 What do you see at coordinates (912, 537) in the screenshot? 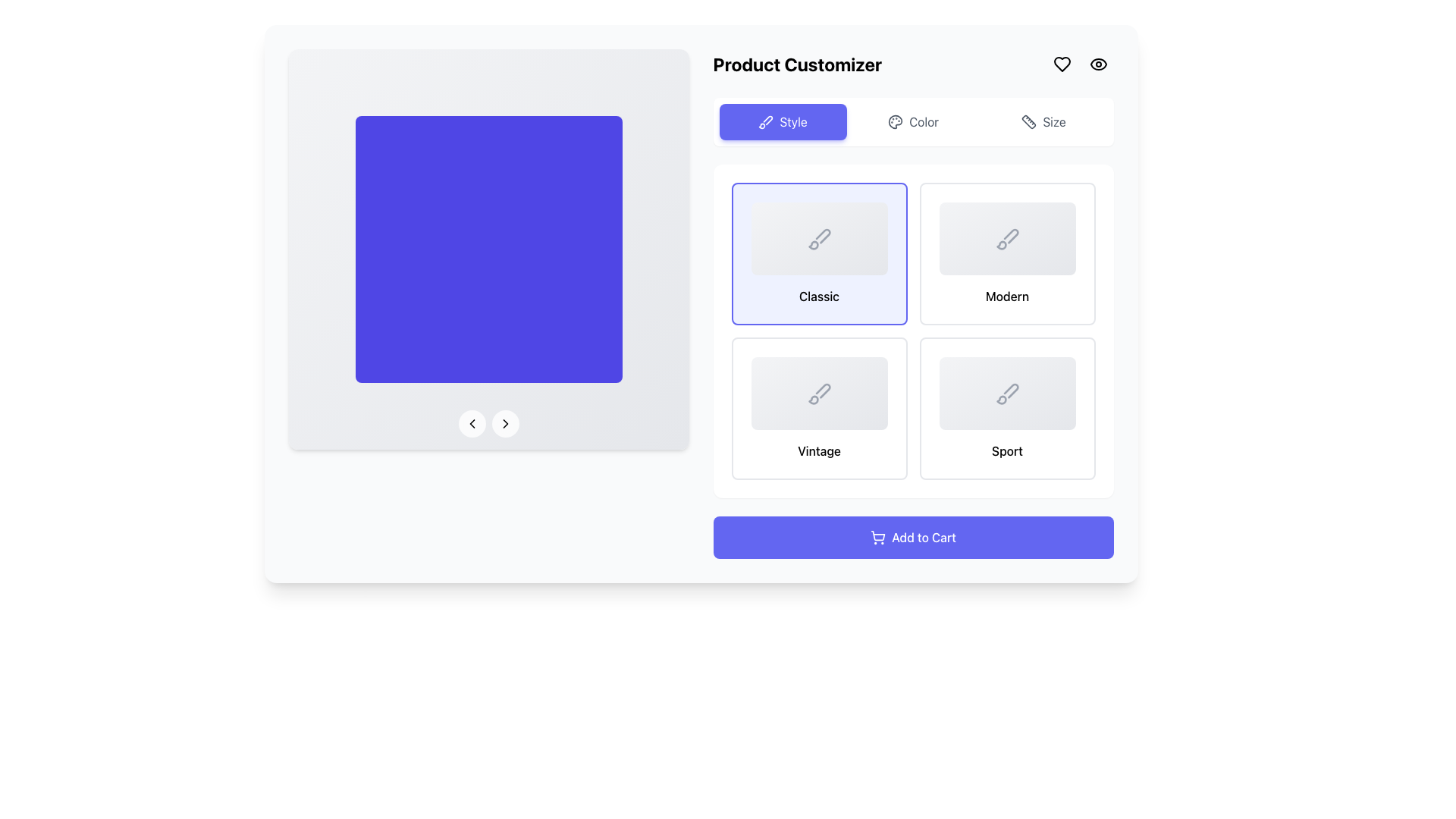
I see `the 'Add to Cart' button, which is a rectangular button with rounded corners, a vivid indigo background, and white centered text, located at the bottom of the customization section` at bounding box center [912, 537].